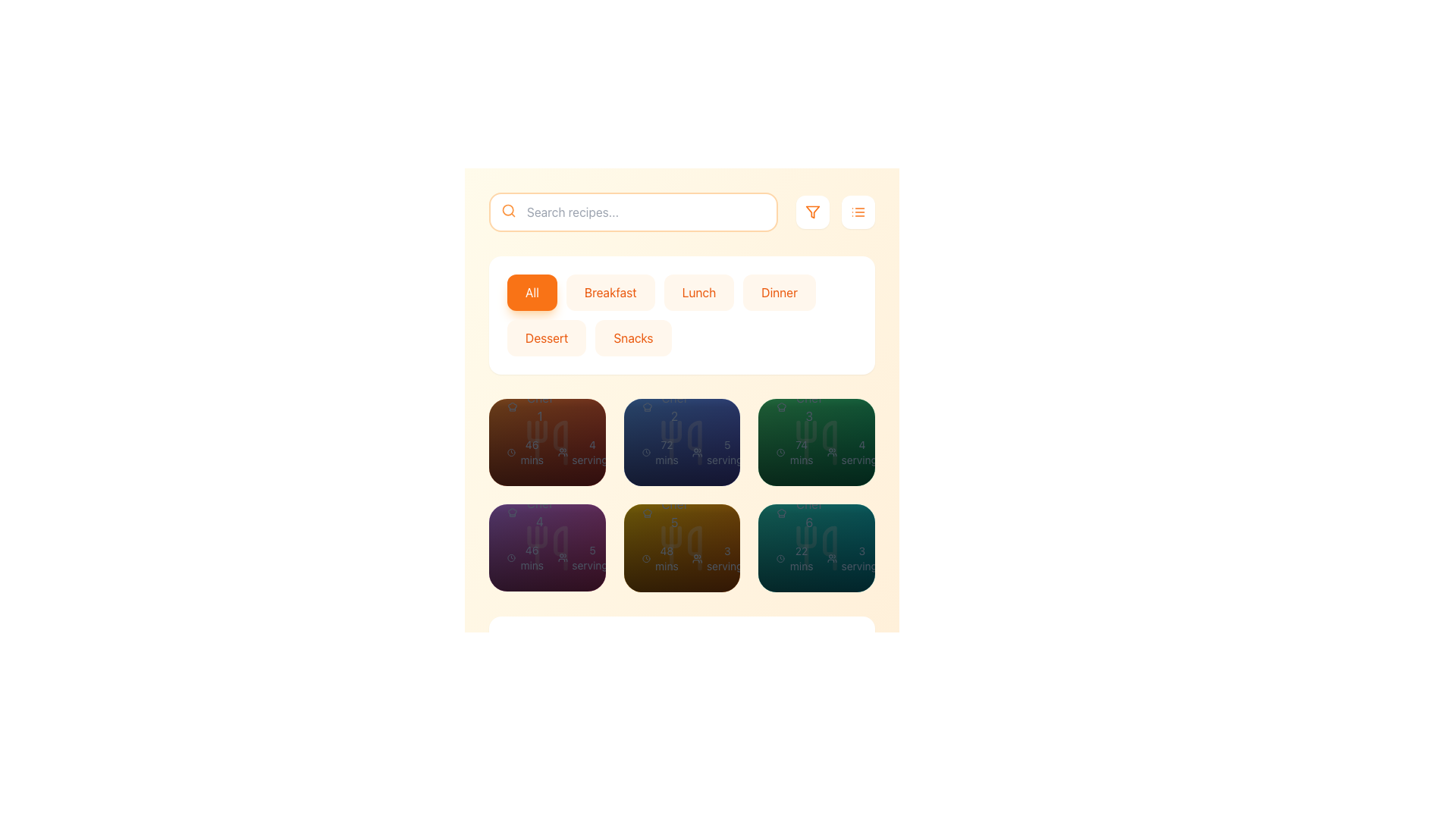 The width and height of the screenshot is (1456, 819). What do you see at coordinates (501, 442) in the screenshot?
I see `the like button located in the top-left corner of the first card in the second section of stacked cards to express liking or favoriting of the associated content` at bounding box center [501, 442].